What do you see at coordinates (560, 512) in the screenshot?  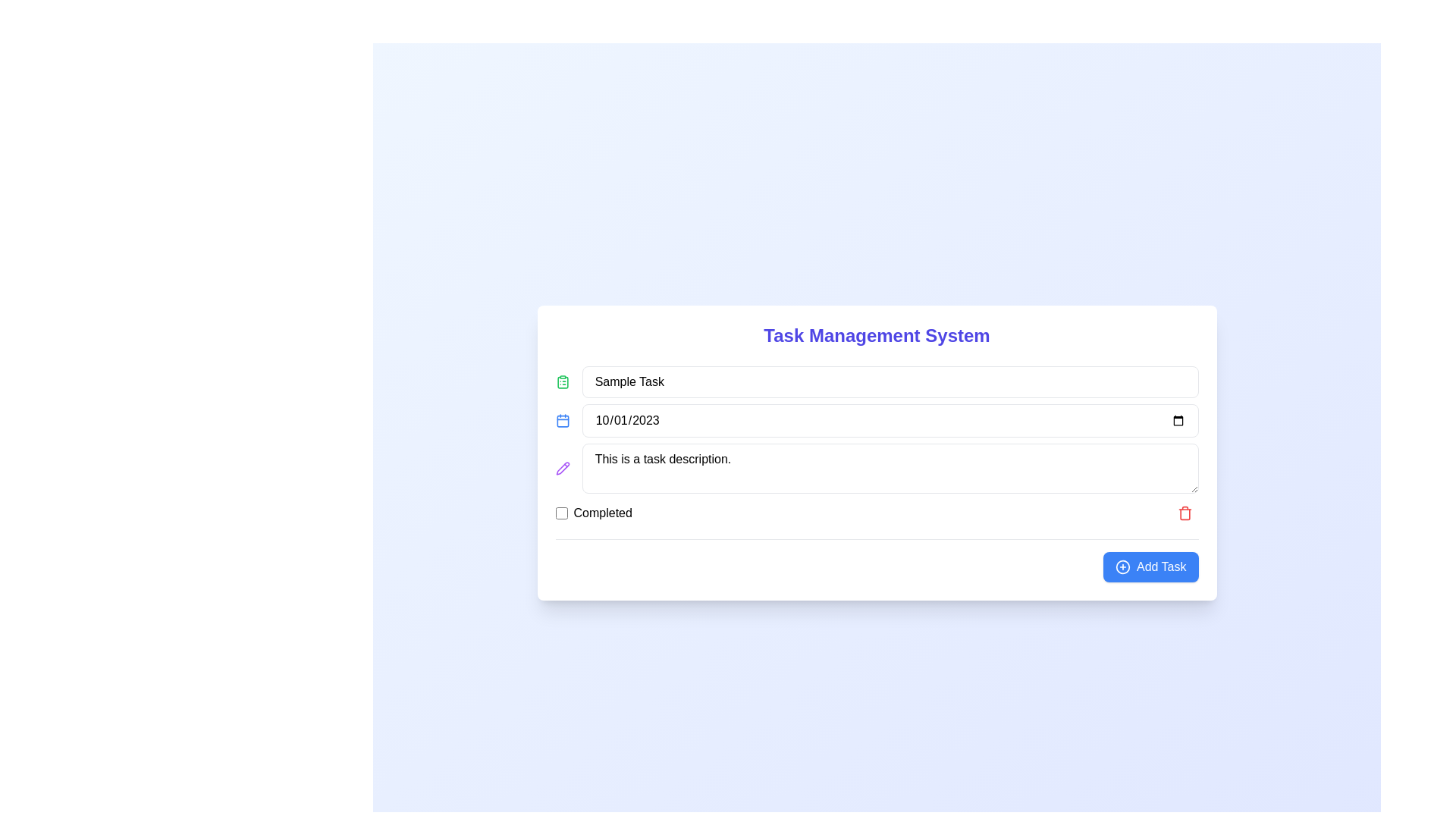 I see `the checkbox that allows users to mark a task as completed` at bounding box center [560, 512].